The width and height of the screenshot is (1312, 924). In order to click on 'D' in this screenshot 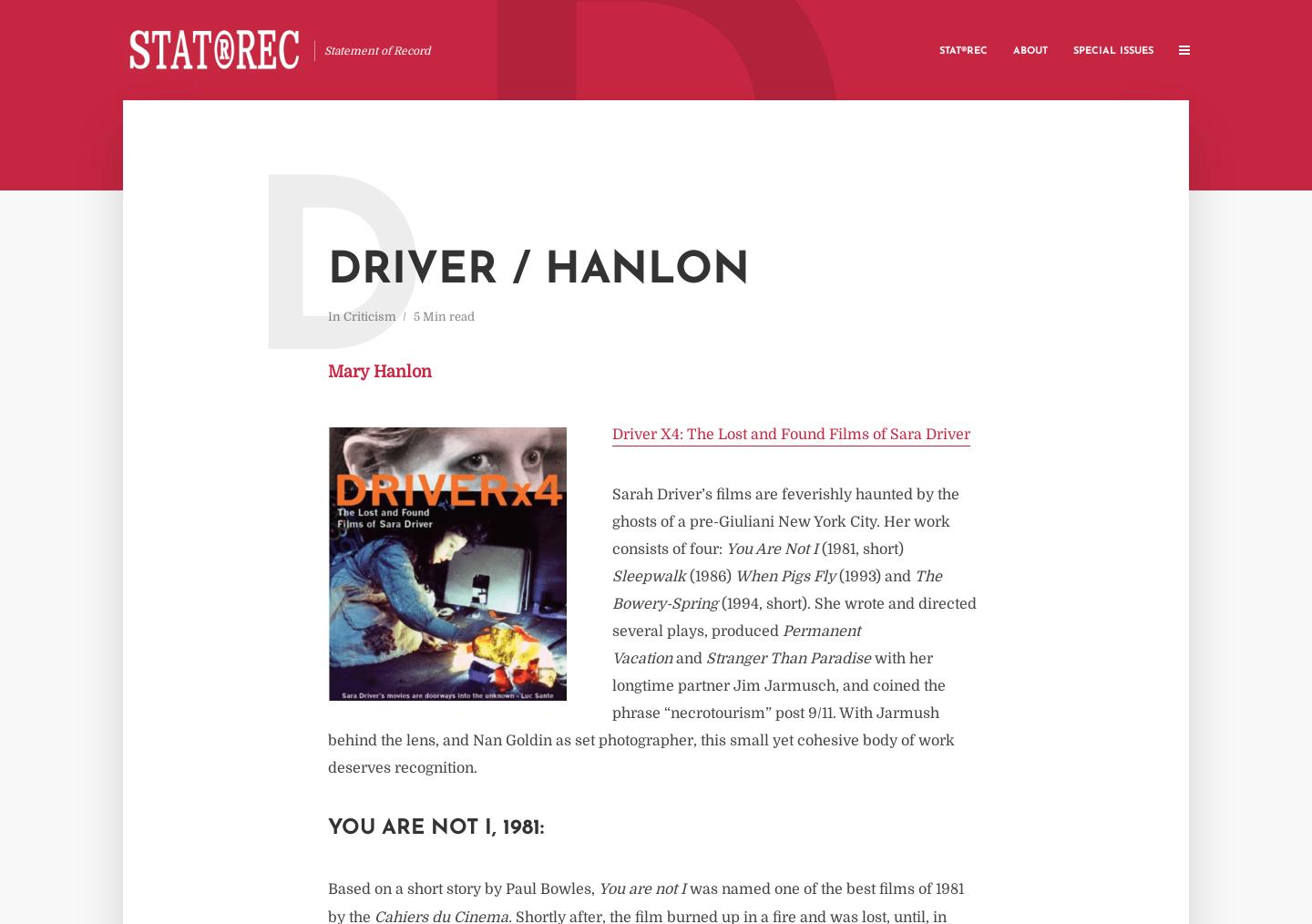, I will do `click(335, 288)`.